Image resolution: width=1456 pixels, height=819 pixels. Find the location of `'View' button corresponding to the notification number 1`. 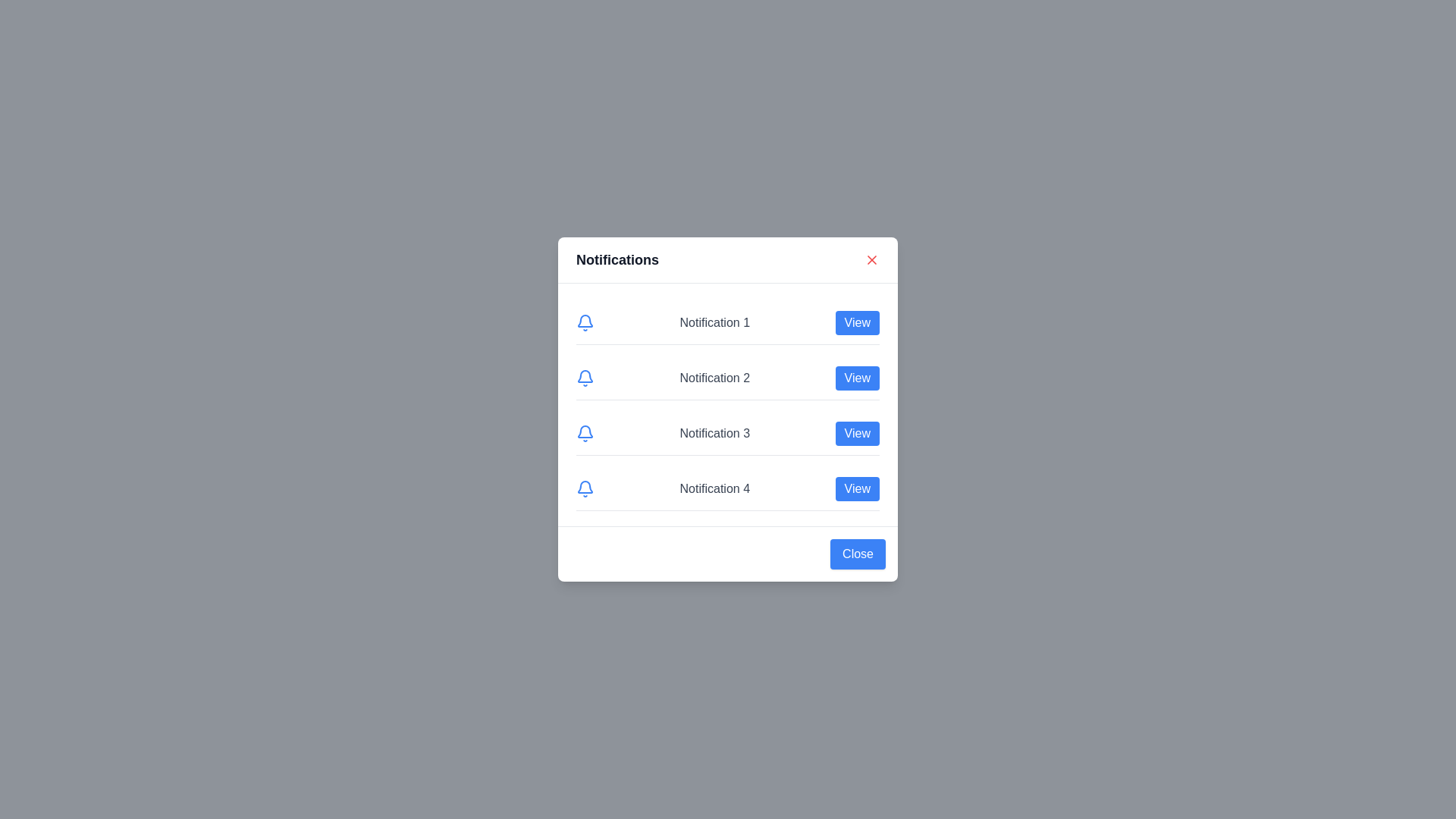

'View' button corresponding to the notification number 1 is located at coordinates (856, 322).